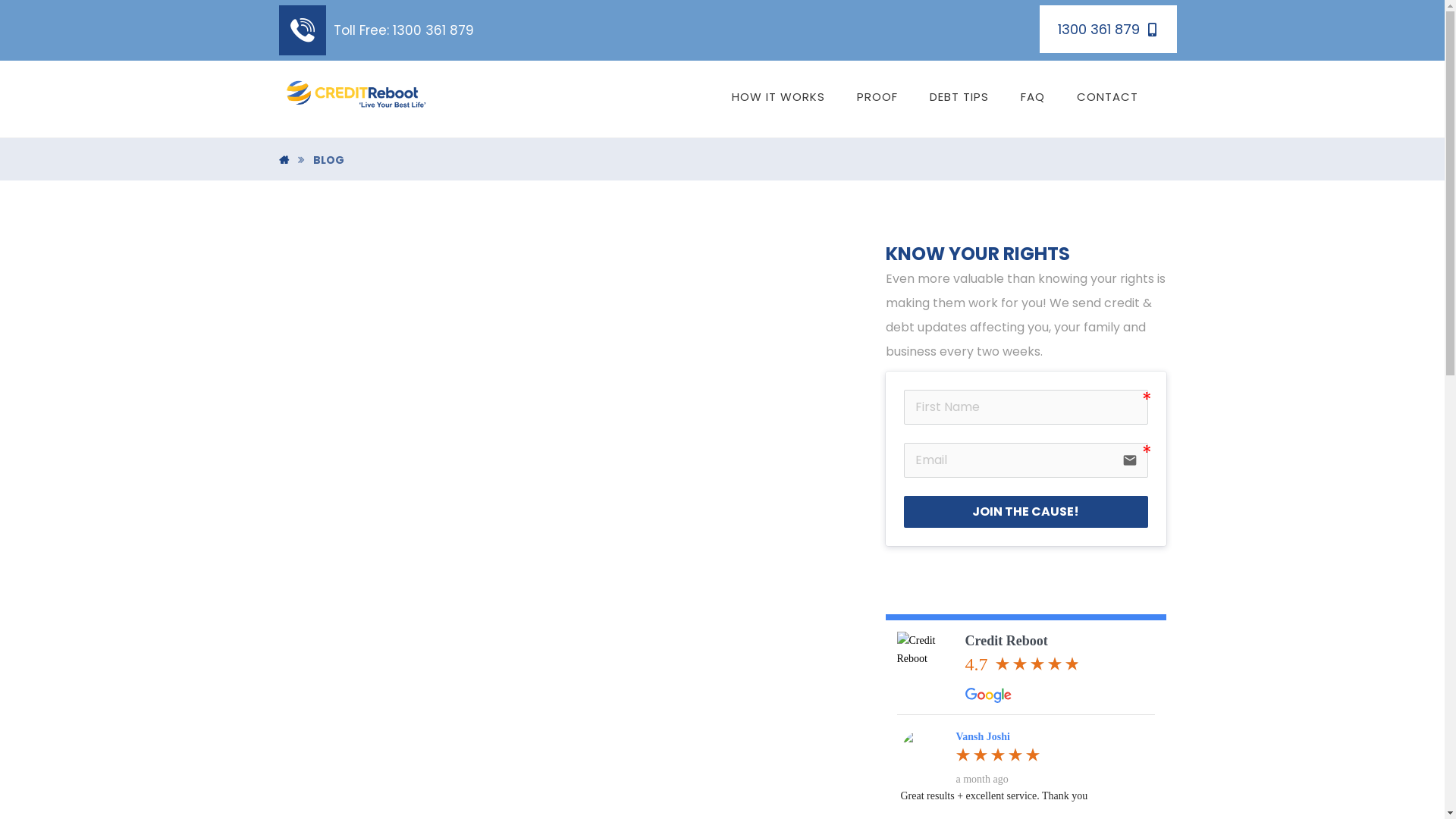 The height and width of the screenshot is (819, 1456). Describe the element at coordinates (923, 752) in the screenshot. I see `'Vansh Joshi'` at that location.